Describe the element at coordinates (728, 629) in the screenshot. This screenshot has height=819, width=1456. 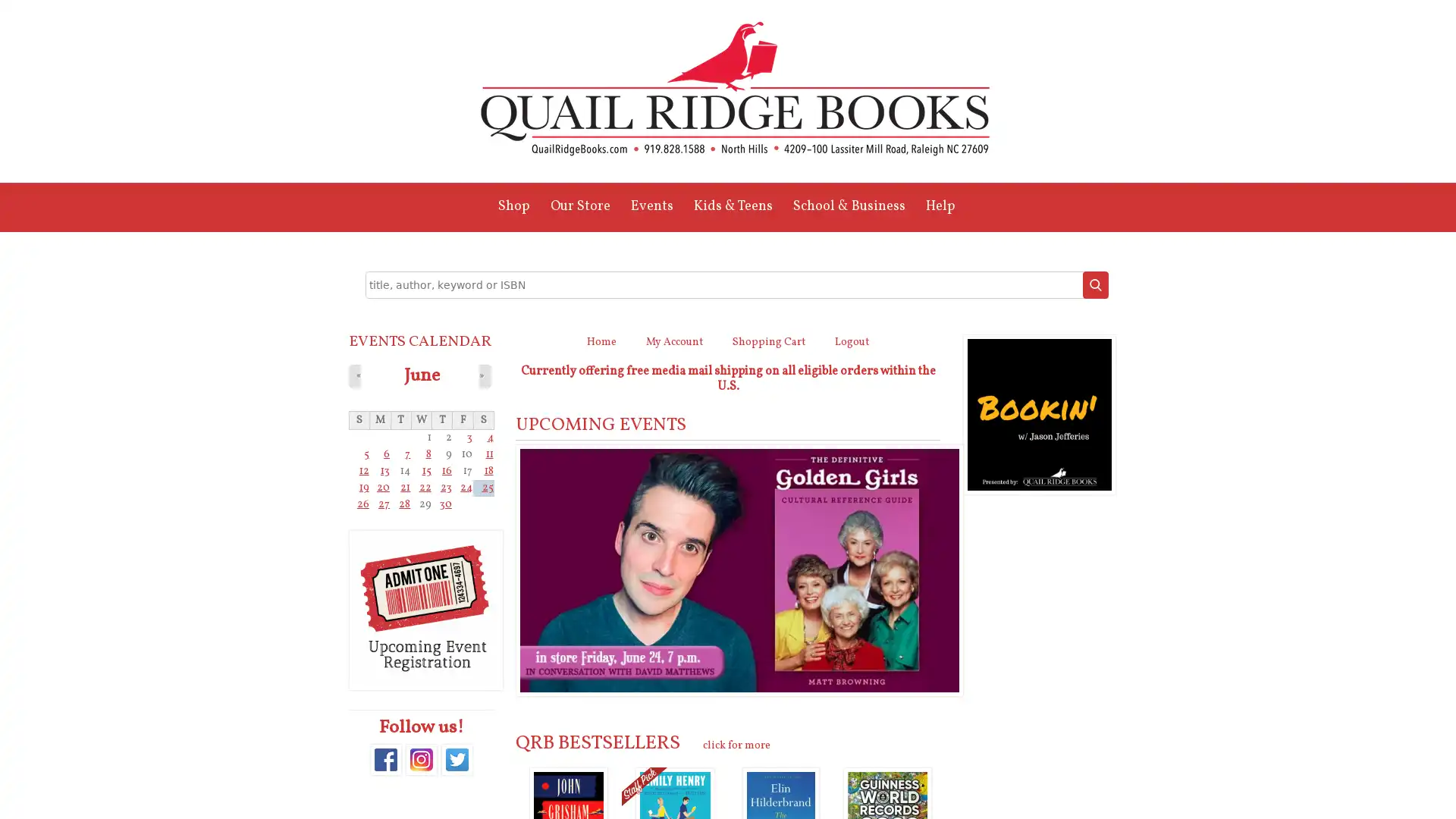
I see `SIGN ME UP!` at that location.